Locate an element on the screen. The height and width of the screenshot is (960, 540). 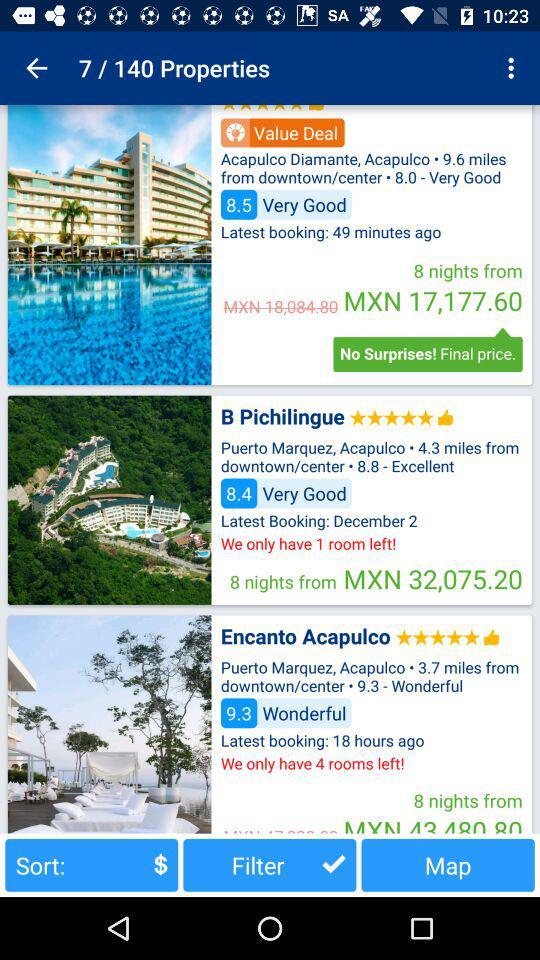
the map is located at coordinates (448, 864).